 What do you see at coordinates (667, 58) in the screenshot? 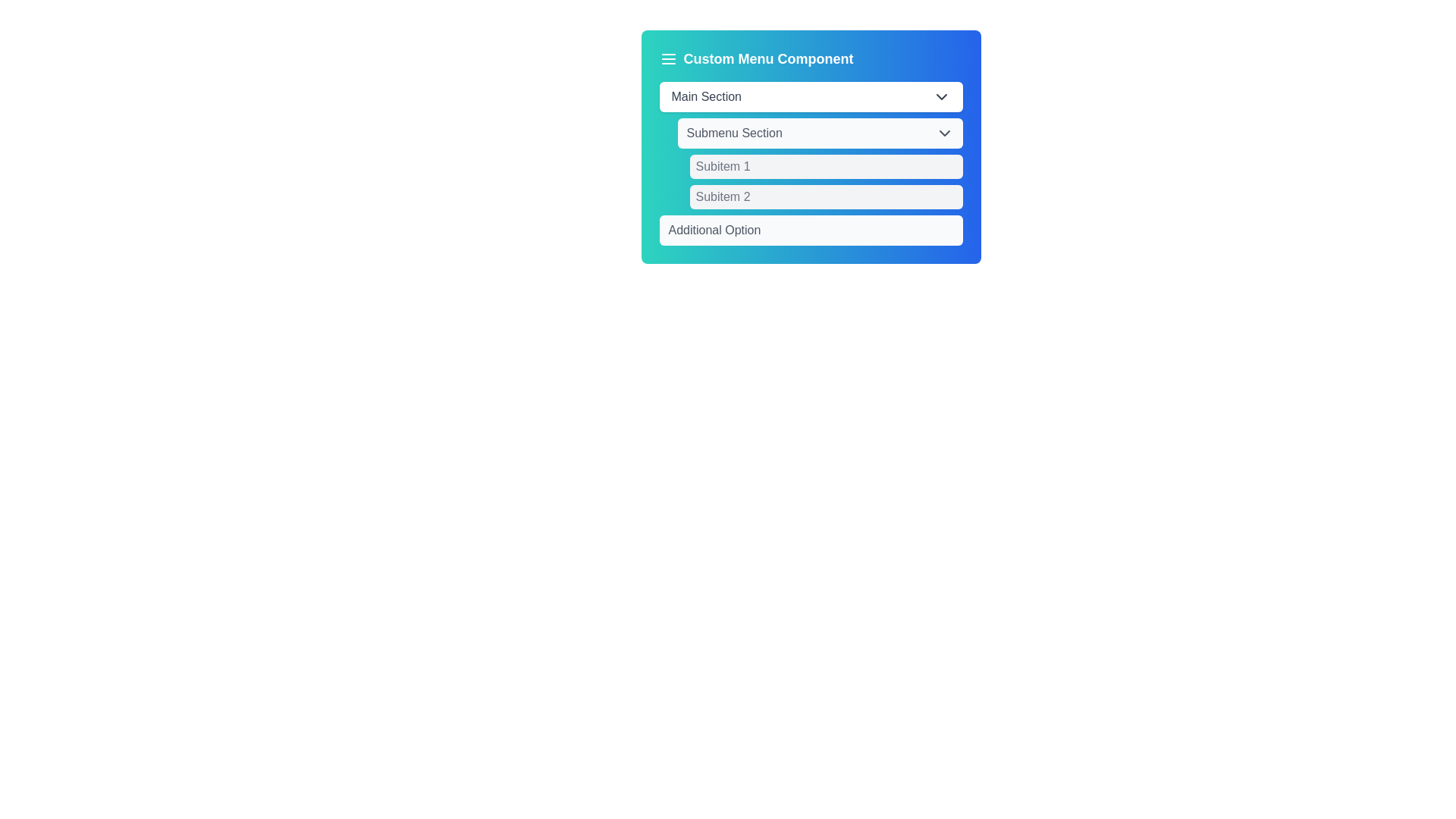
I see `the 'menu' or 'hamburger' icon located to the left of the 'Custom Menu Component' text` at bounding box center [667, 58].